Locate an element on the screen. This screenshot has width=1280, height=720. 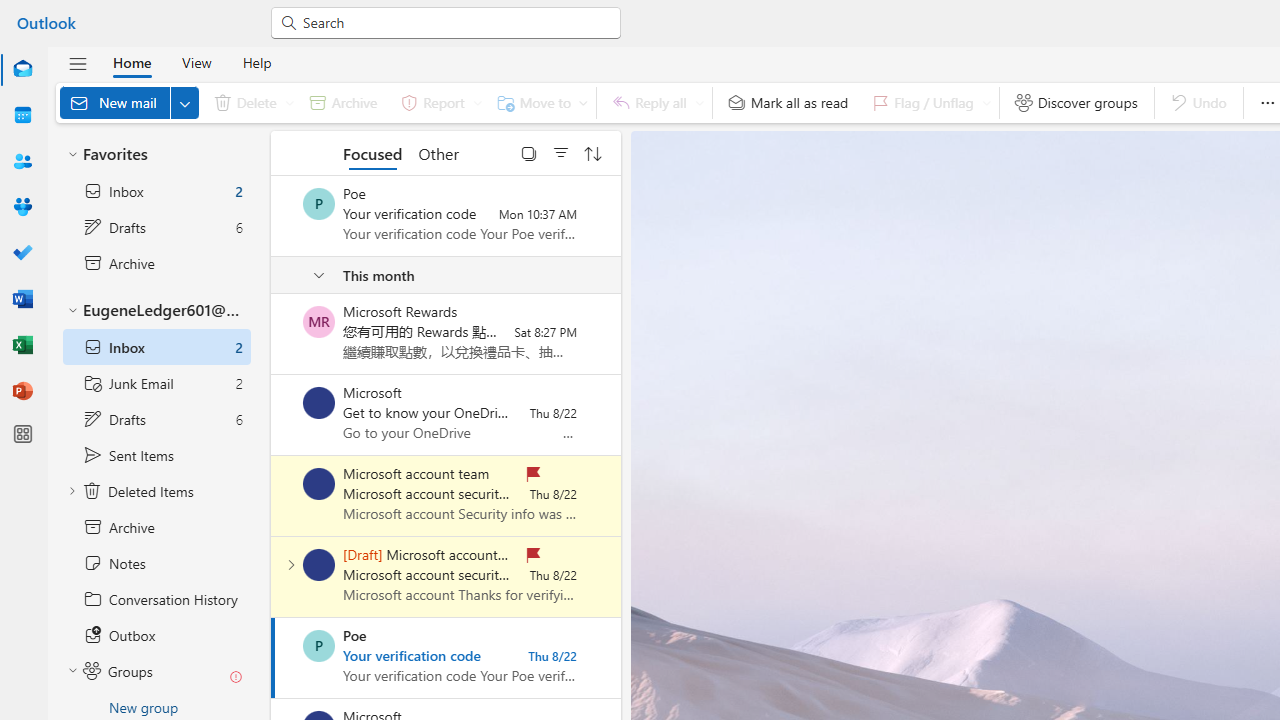
'Search for email, meetings, files and more.' is located at coordinates (454, 21).